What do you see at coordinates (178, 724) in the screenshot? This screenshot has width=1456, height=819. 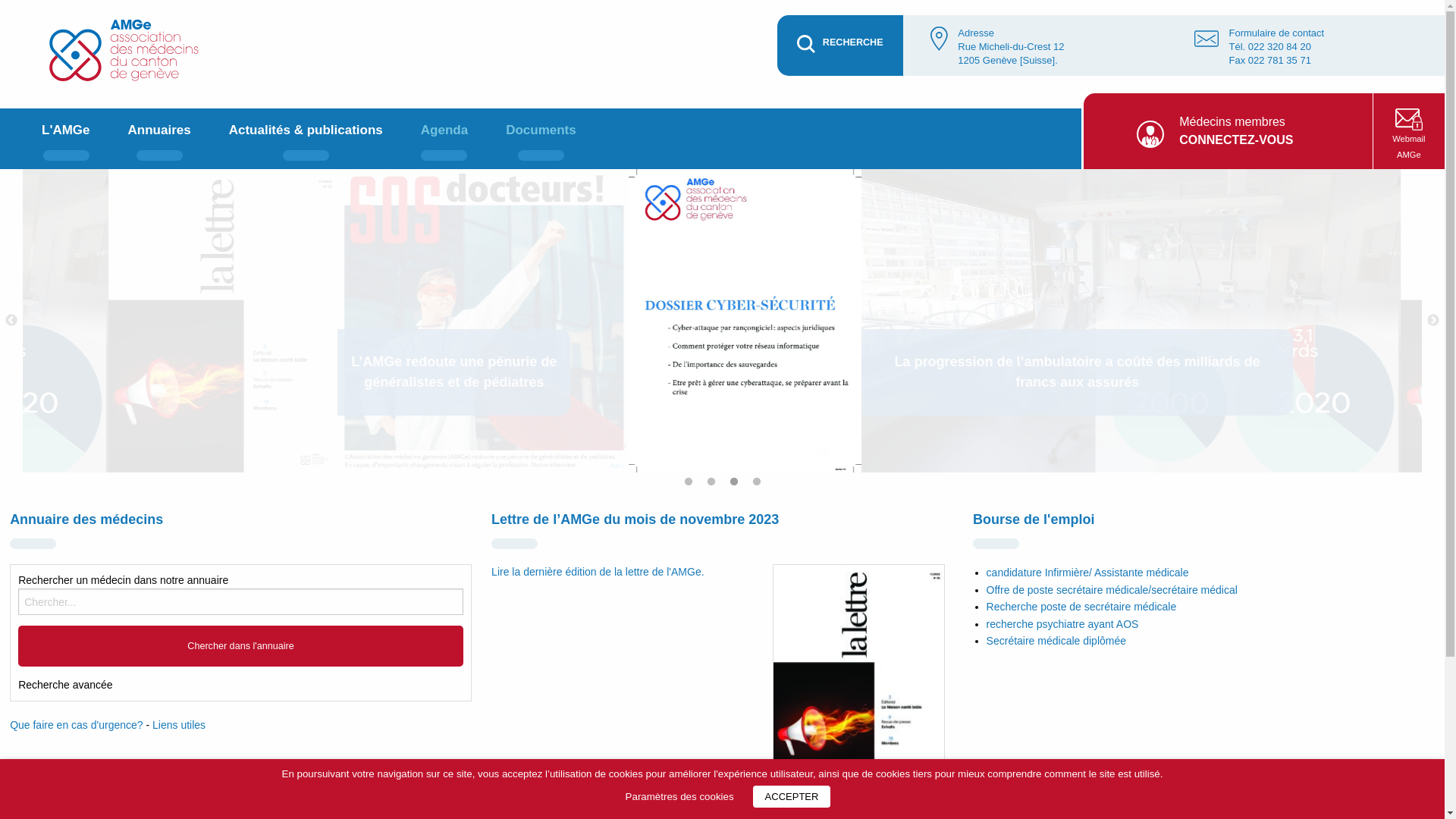 I see `'Liens utiles'` at bounding box center [178, 724].